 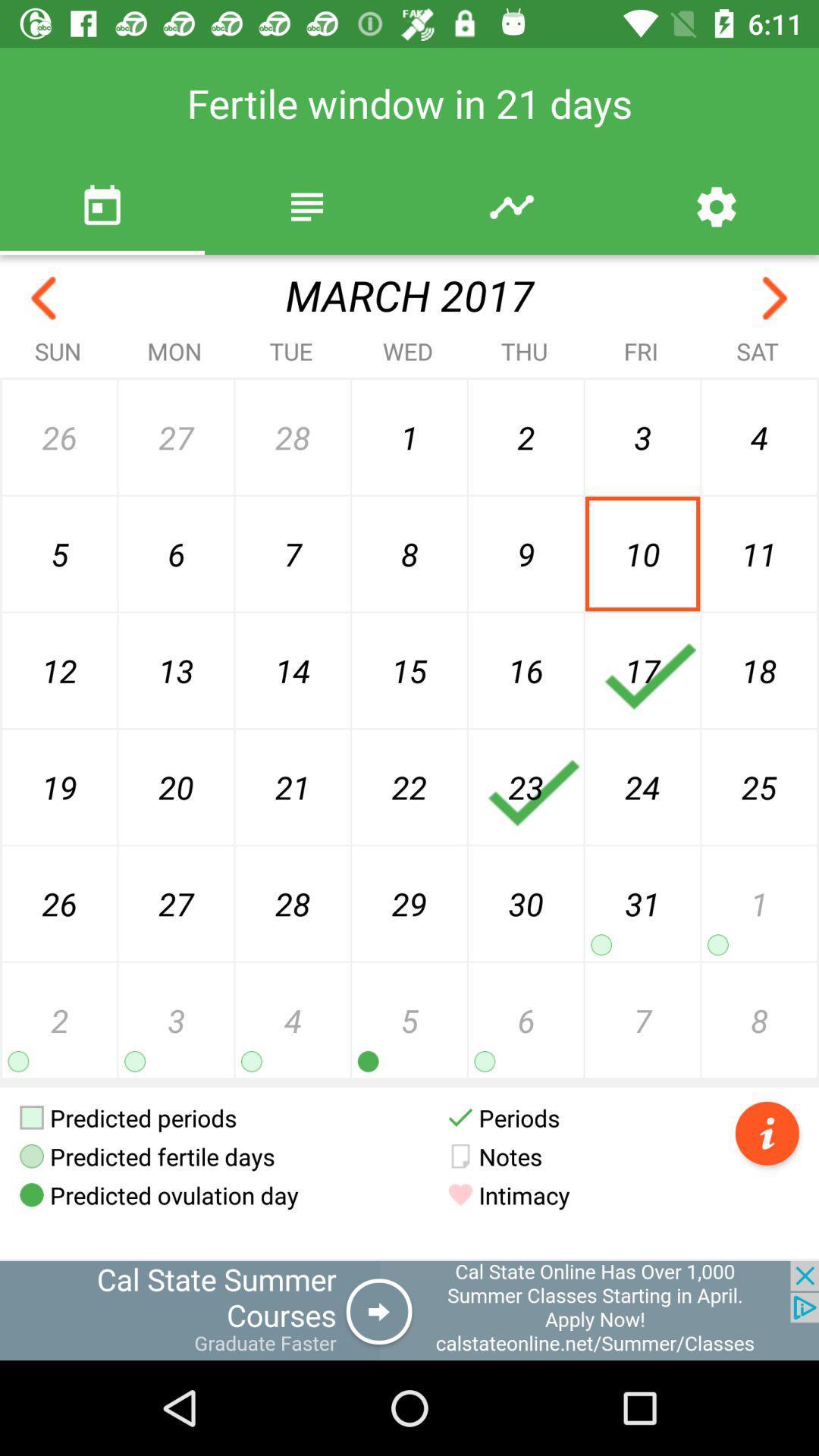 What do you see at coordinates (42, 298) in the screenshot?
I see `go back` at bounding box center [42, 298].